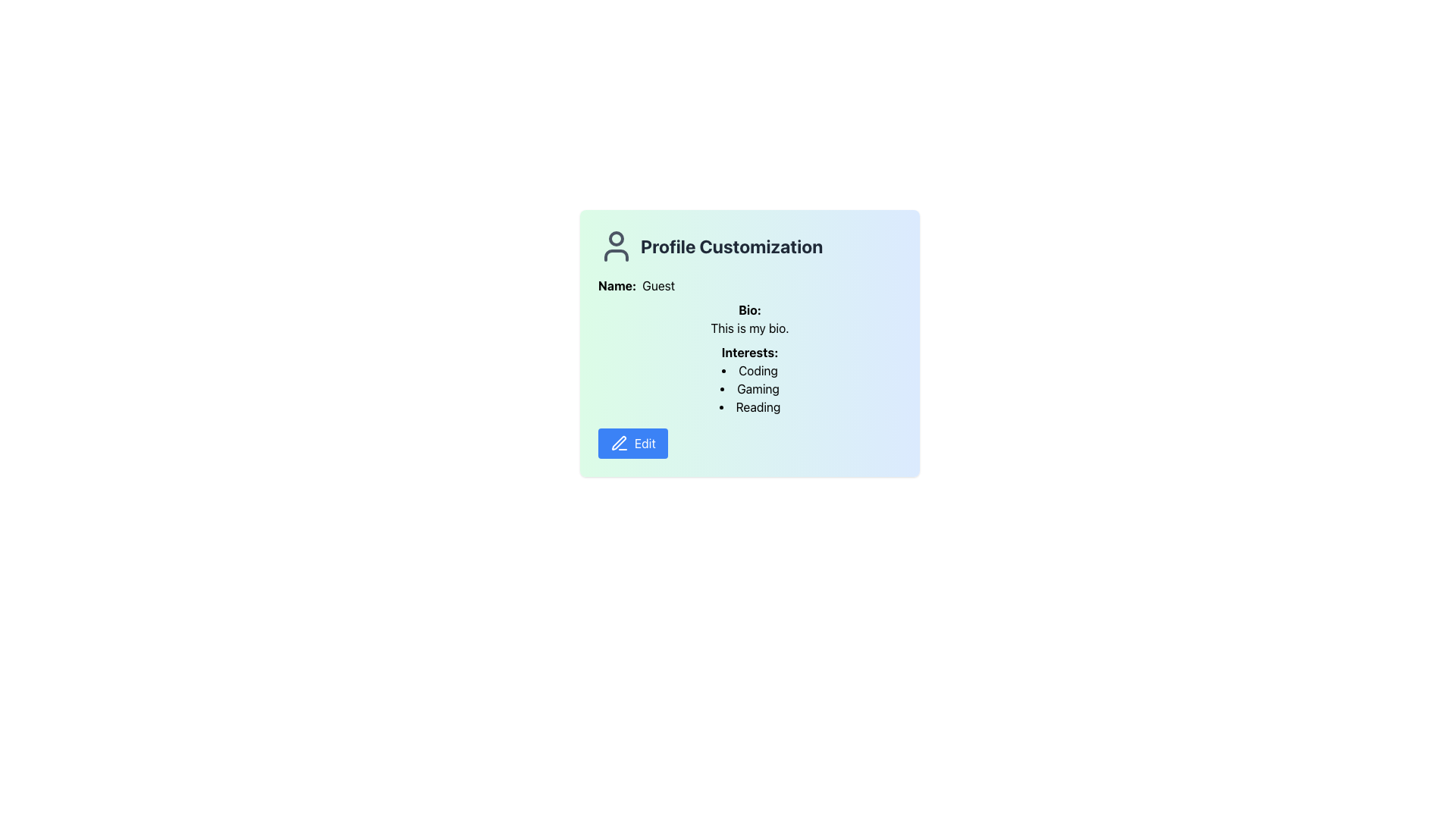 The width and height of the screenshot is (1456, 819). I want to click on editing icon located within the 'Edit' button at the lower-left corner of the profile information card, so click(619, 444).